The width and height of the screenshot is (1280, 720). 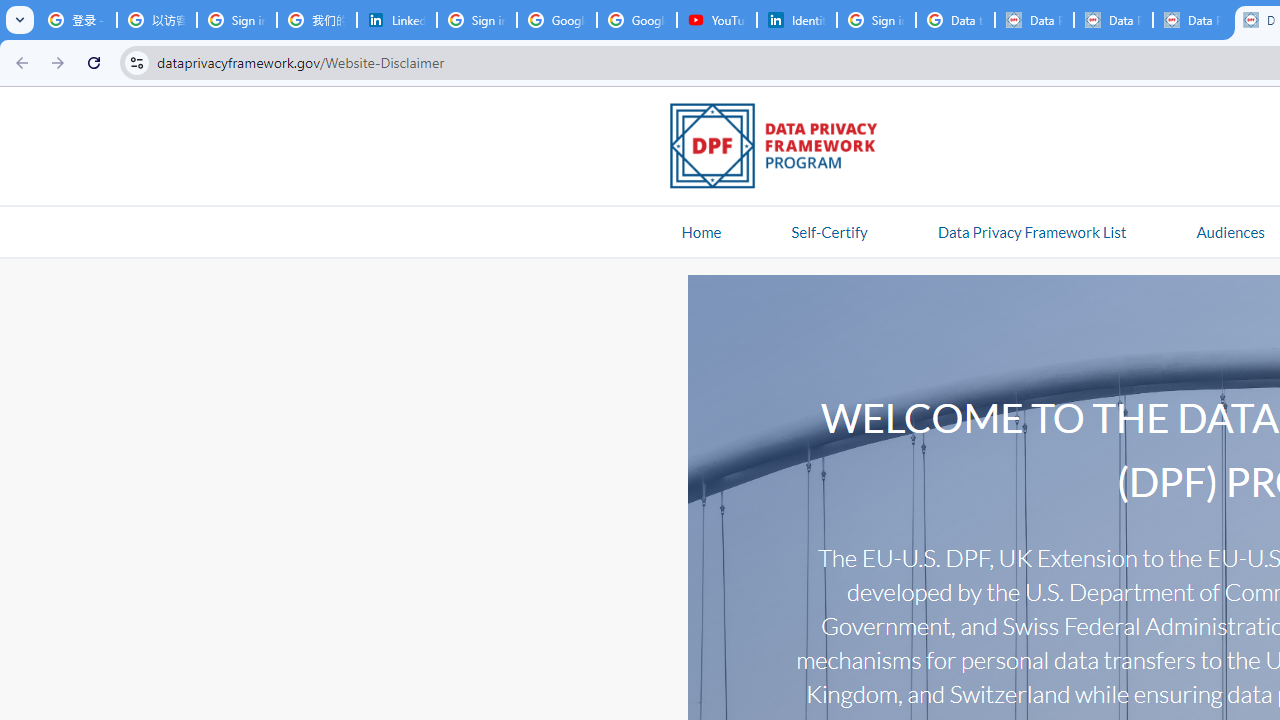 I want to click on 'Self-Certify', so click(x=829, y=230).